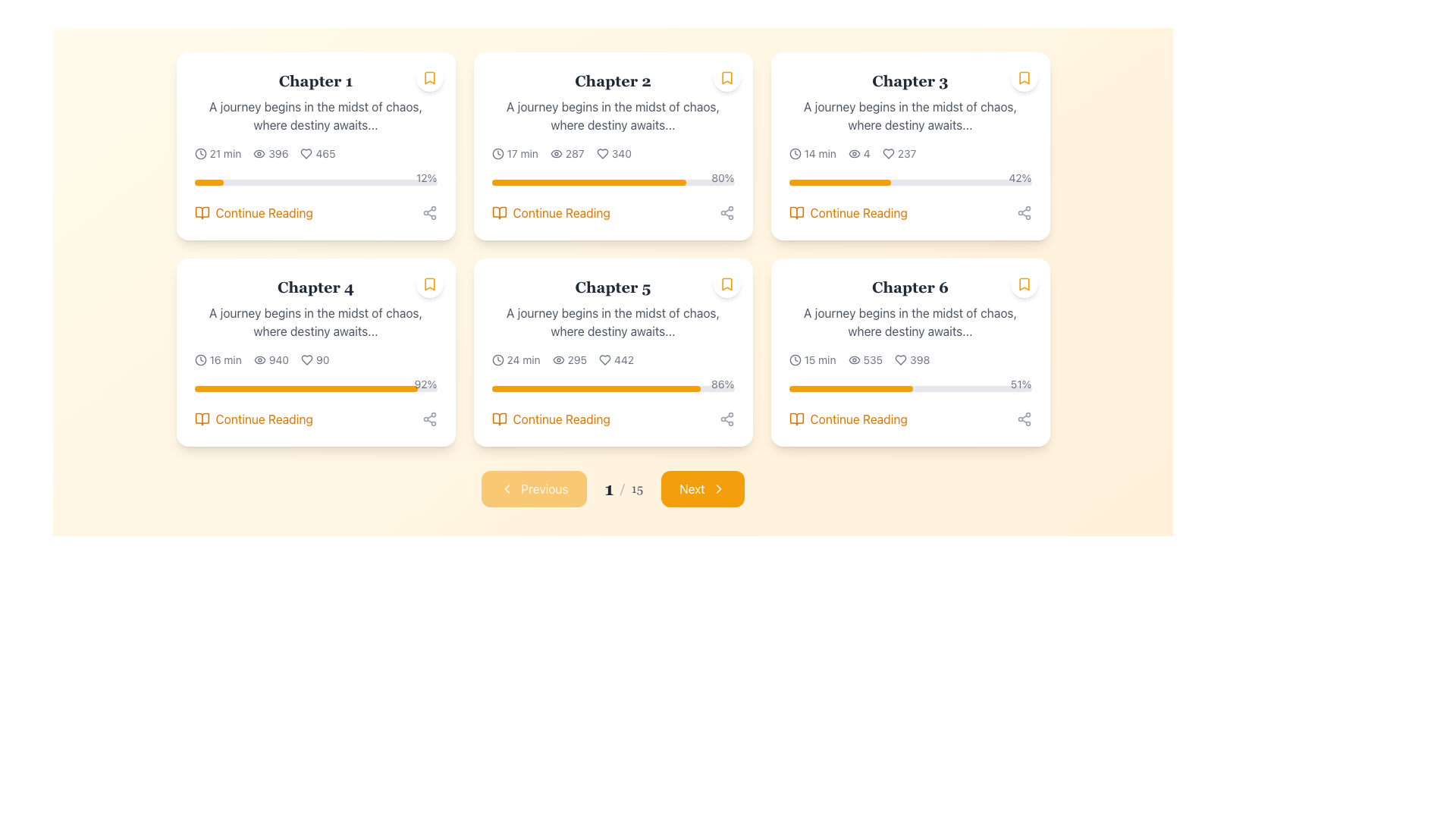 This screenshot has height=819, width=1456. What do you see at coordinates (722, 383) in the screenshot?
I see `the text label displaying '86%', which is styled in a small gray font and positioned above the progress bar in Chapter 5's card layout` at bounding box center [722, 383].